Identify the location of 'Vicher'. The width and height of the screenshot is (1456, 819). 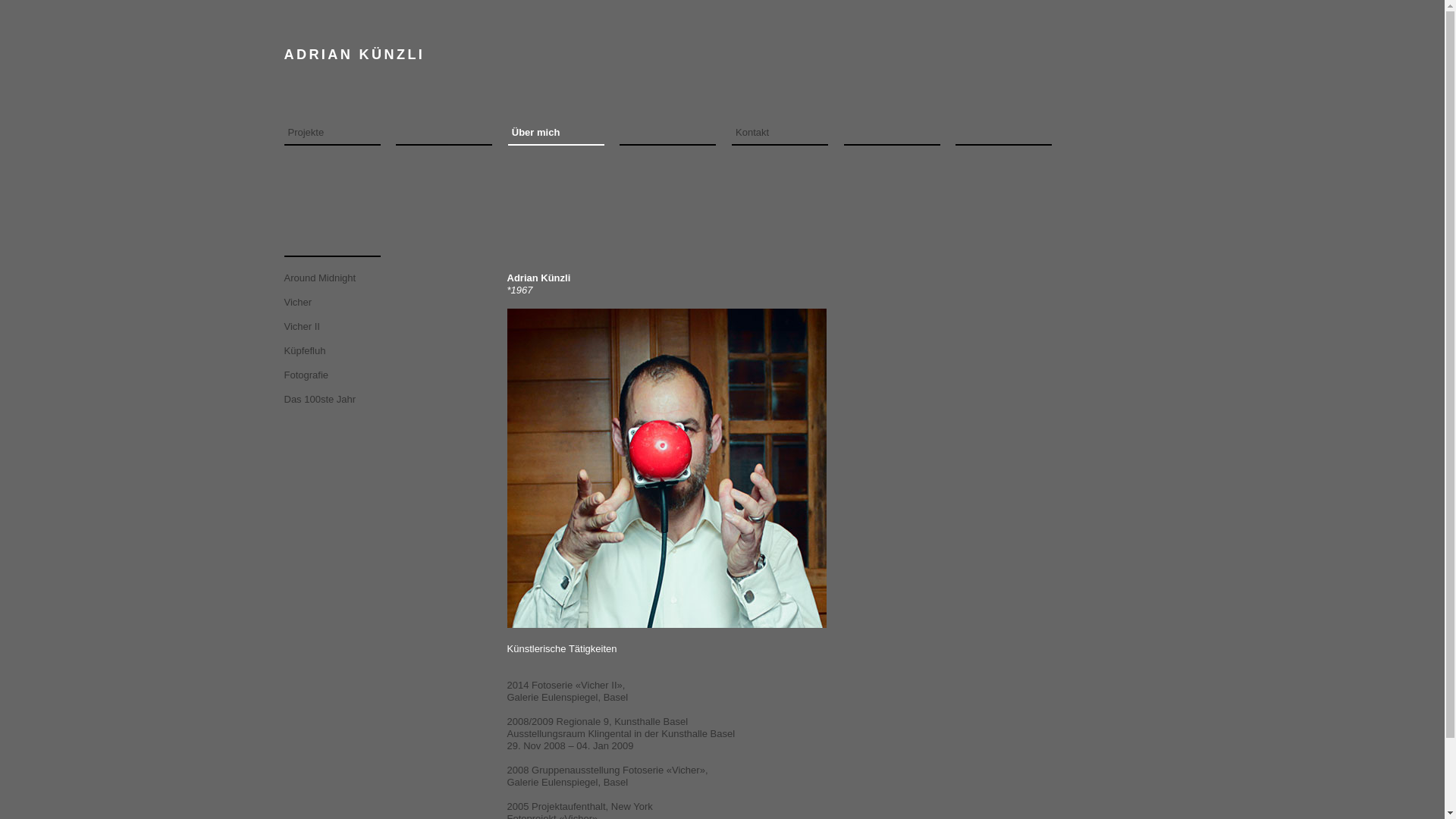
(338, 302).